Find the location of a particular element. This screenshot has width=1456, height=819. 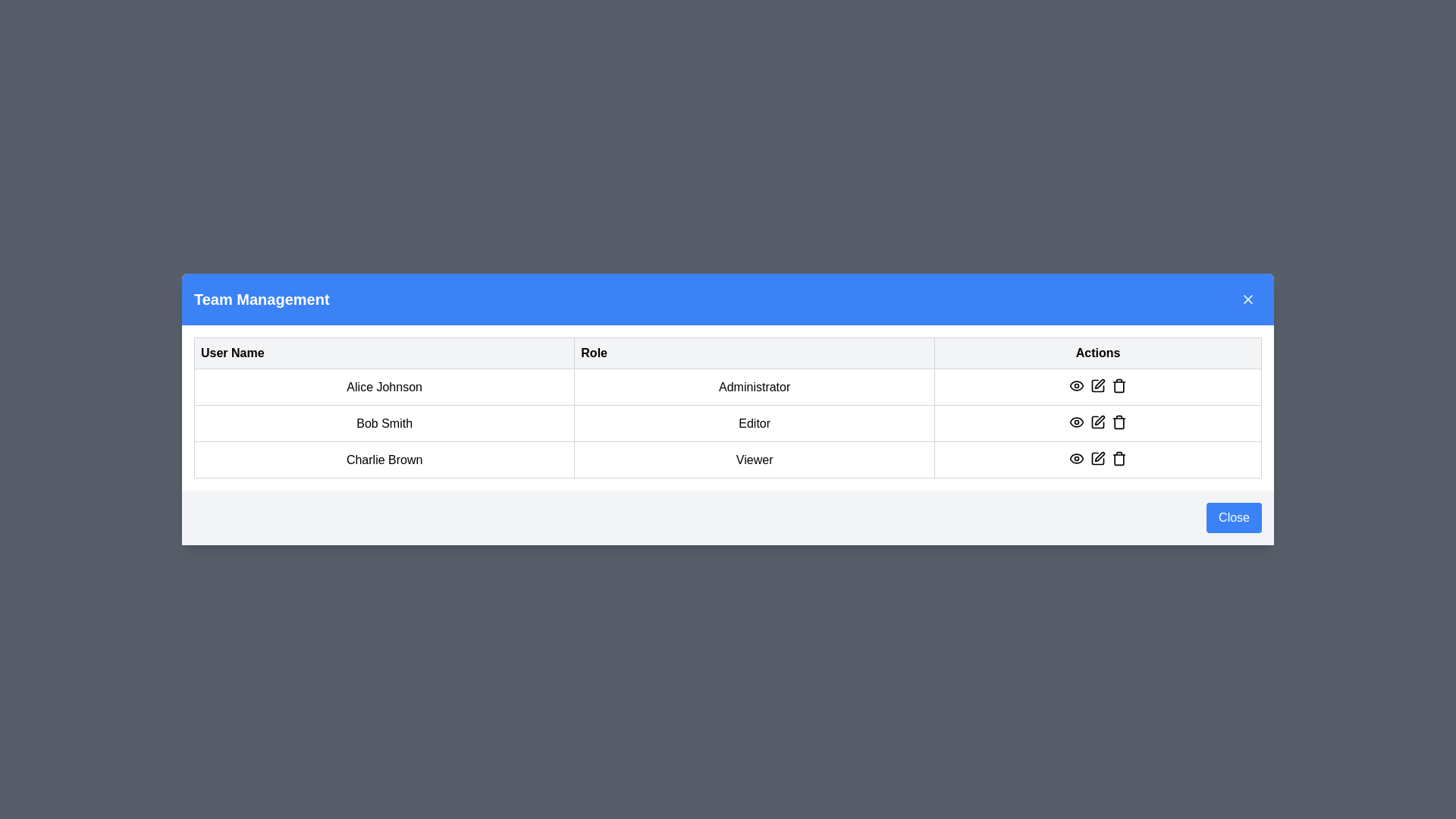

the SVG-based visibility icon located in the last row of the 'Actions' column of the table is located at coordinates (1076, 458).